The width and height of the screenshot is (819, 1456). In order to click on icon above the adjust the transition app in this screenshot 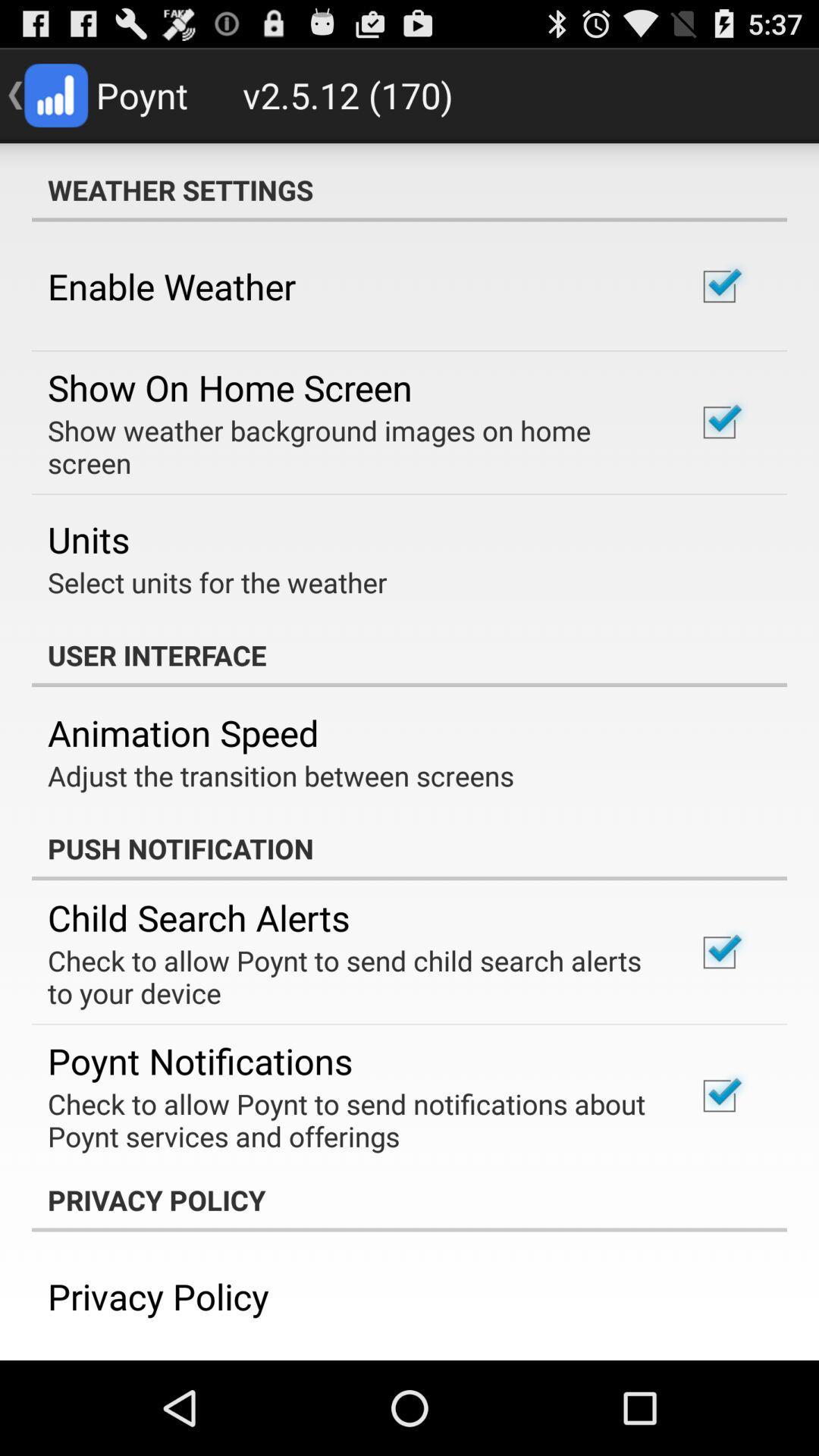, I will do `click(182, 733)`.